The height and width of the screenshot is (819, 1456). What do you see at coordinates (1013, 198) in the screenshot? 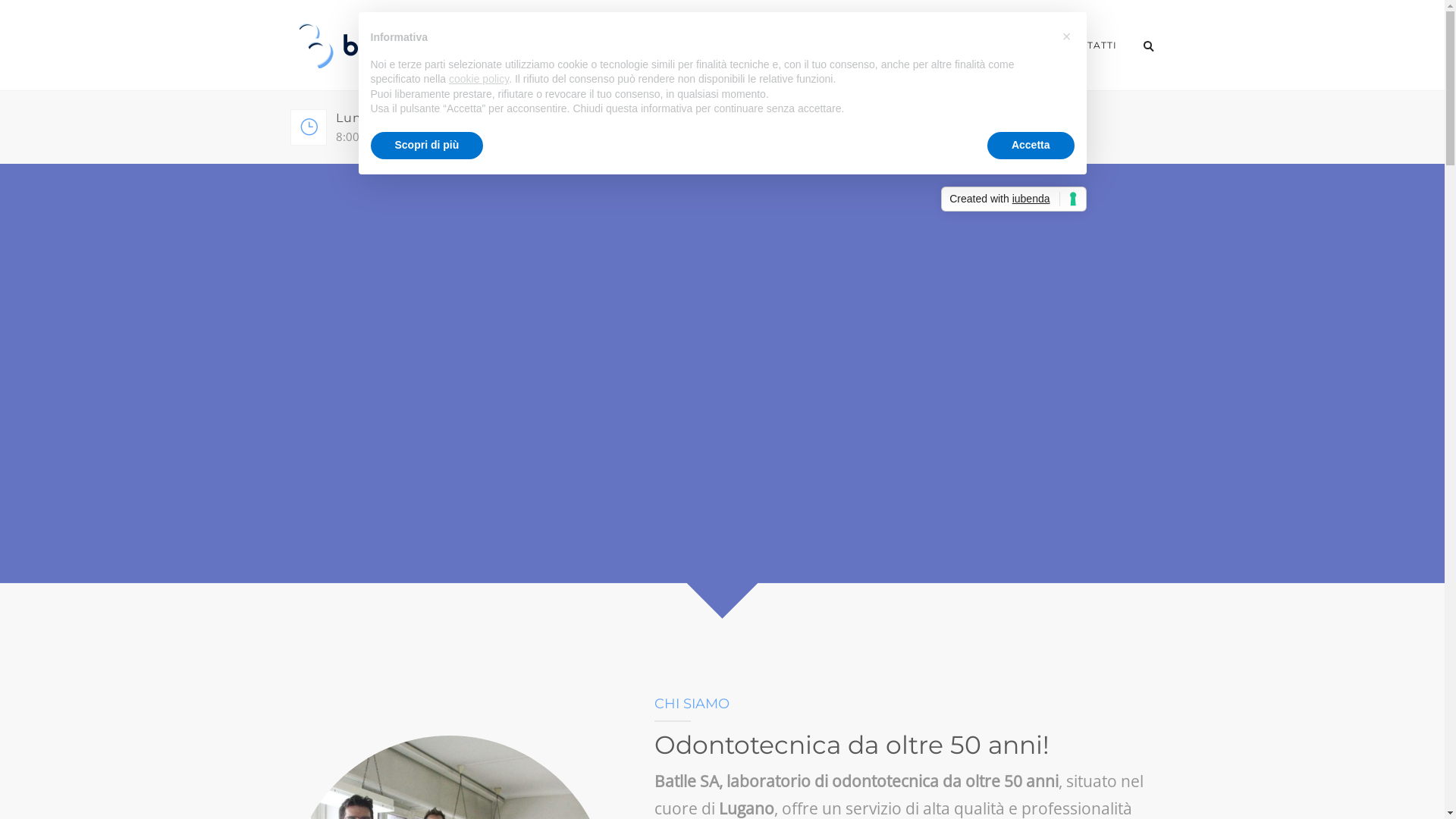
I see `'Created with iubenda'` at bounding box center [1013, 198].